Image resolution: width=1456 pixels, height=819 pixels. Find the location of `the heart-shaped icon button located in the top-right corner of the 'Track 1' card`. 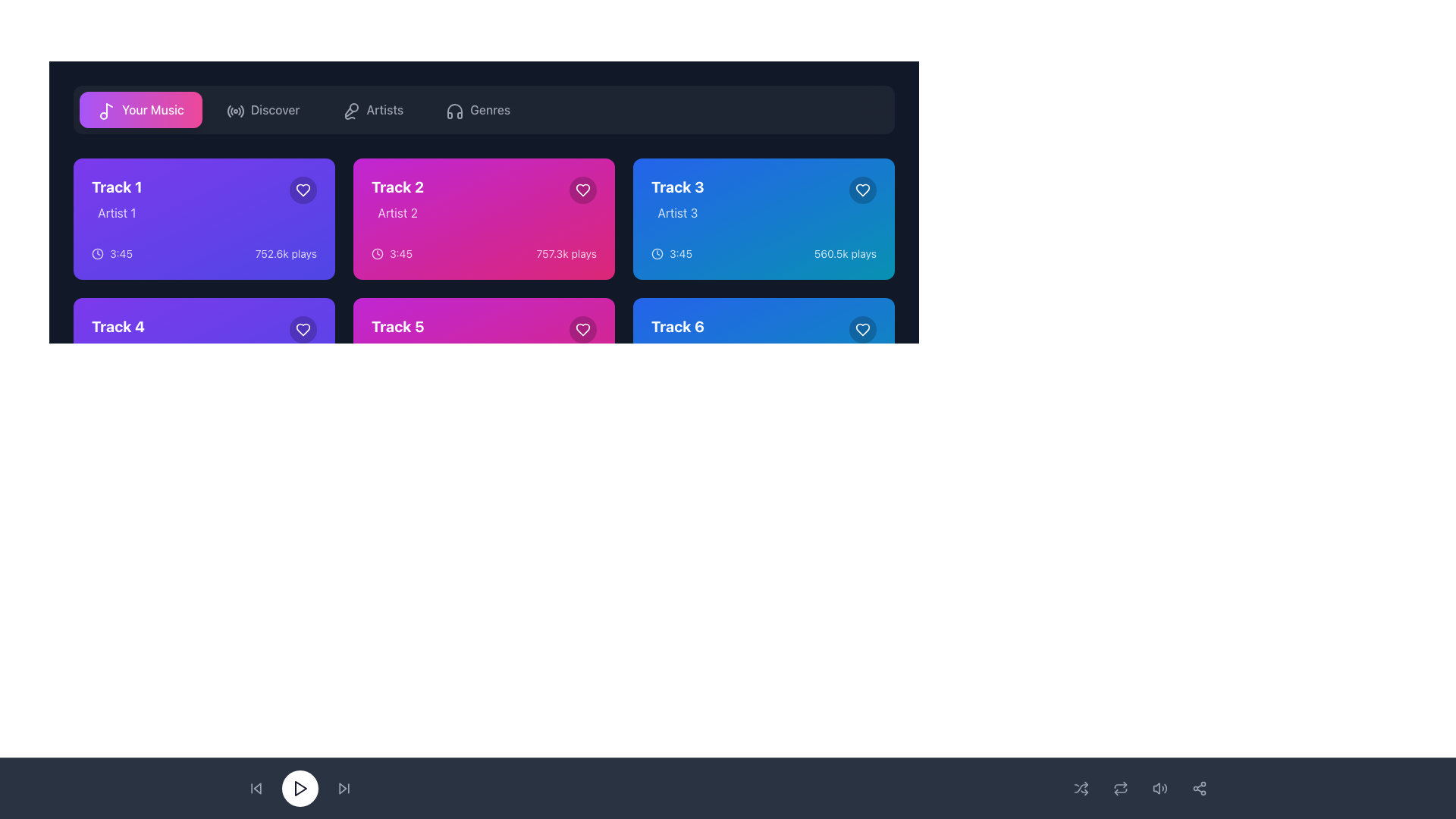

the heart-shaped icon button located in the top-right corner of the 'Track 1' card is located at coordinates (303, 329).